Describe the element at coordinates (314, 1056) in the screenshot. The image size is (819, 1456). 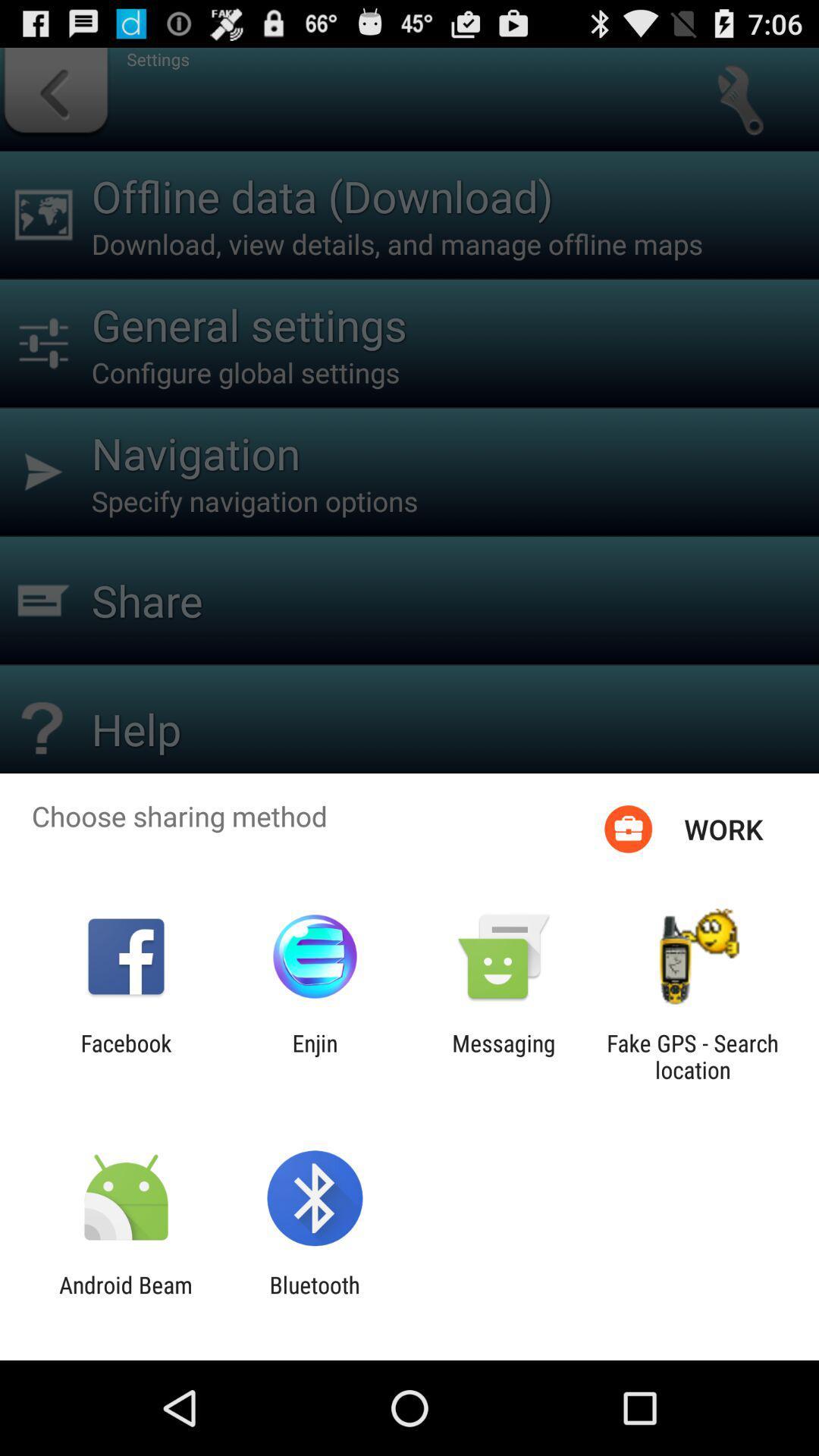
I see `the app next to the messaging app` at that location.